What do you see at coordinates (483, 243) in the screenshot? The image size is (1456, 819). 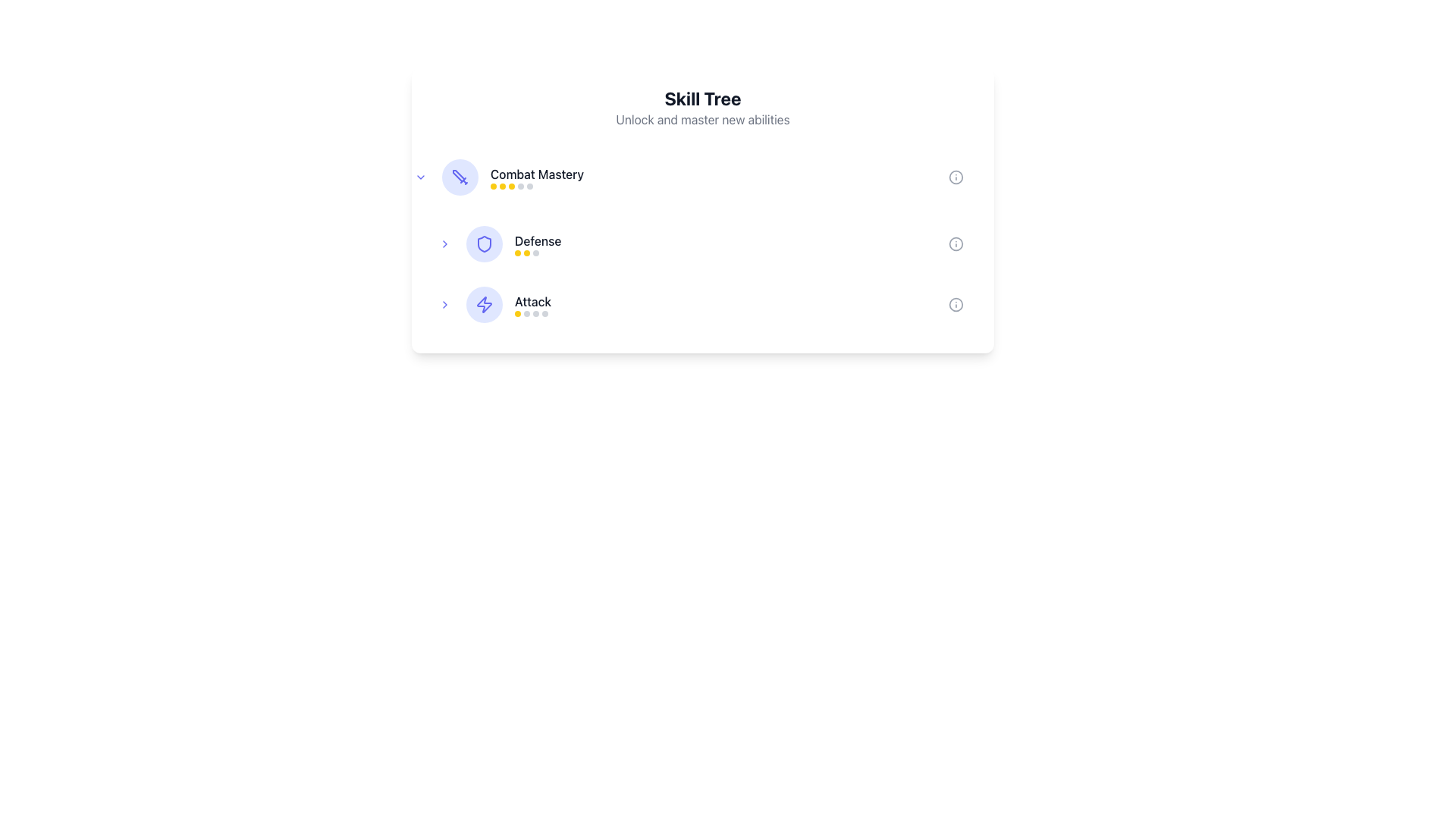 I see `the shield icon representing the 'Defense' skill, which is located adjacent to the textual label 'Defense' in the second row of skill options` at bounding box center [483, 243].